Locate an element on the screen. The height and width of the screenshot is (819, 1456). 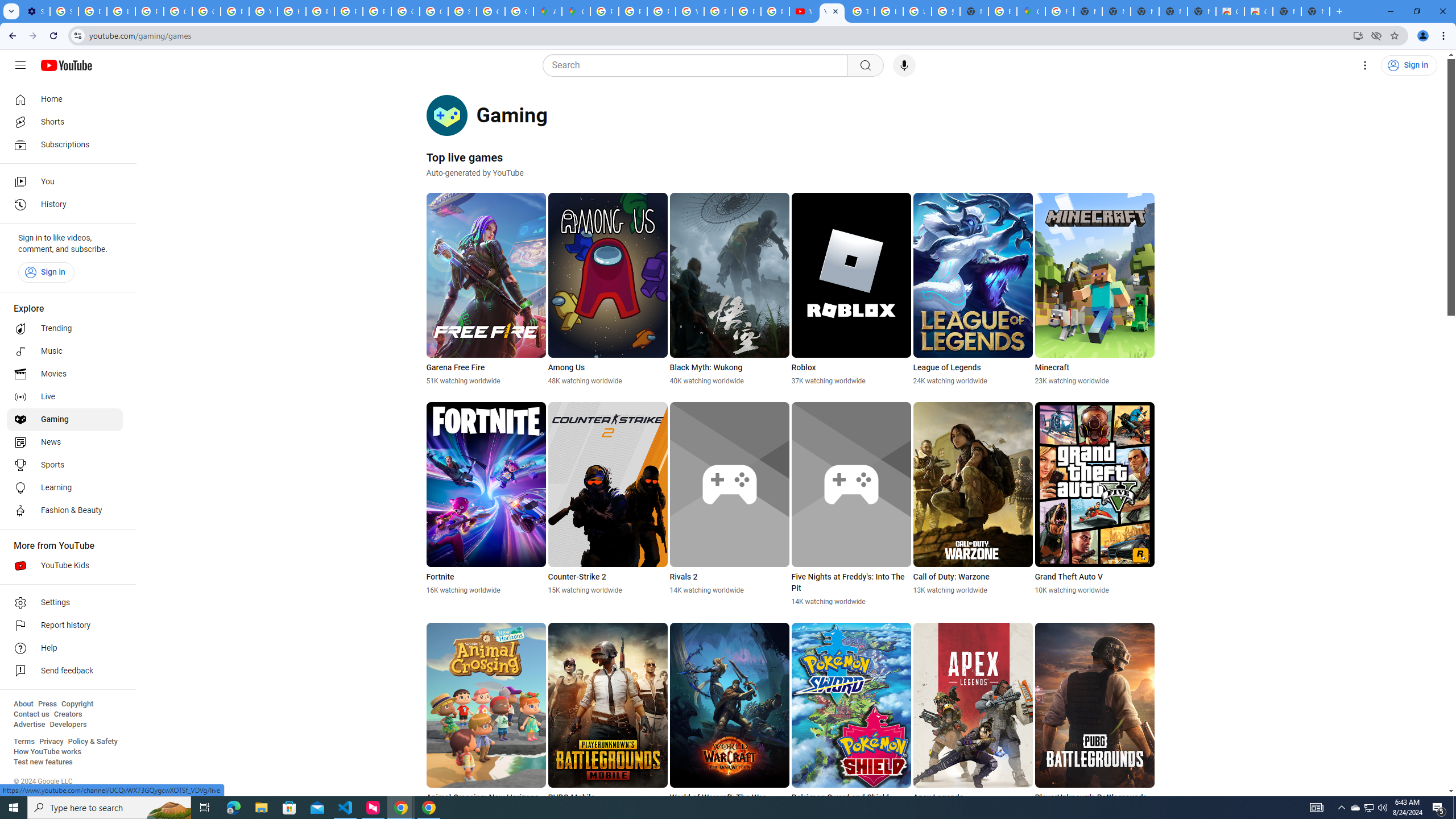
'Animal Crossing: New Horizons 8.7K watching worldwide' is located at coordinates (486, 719).